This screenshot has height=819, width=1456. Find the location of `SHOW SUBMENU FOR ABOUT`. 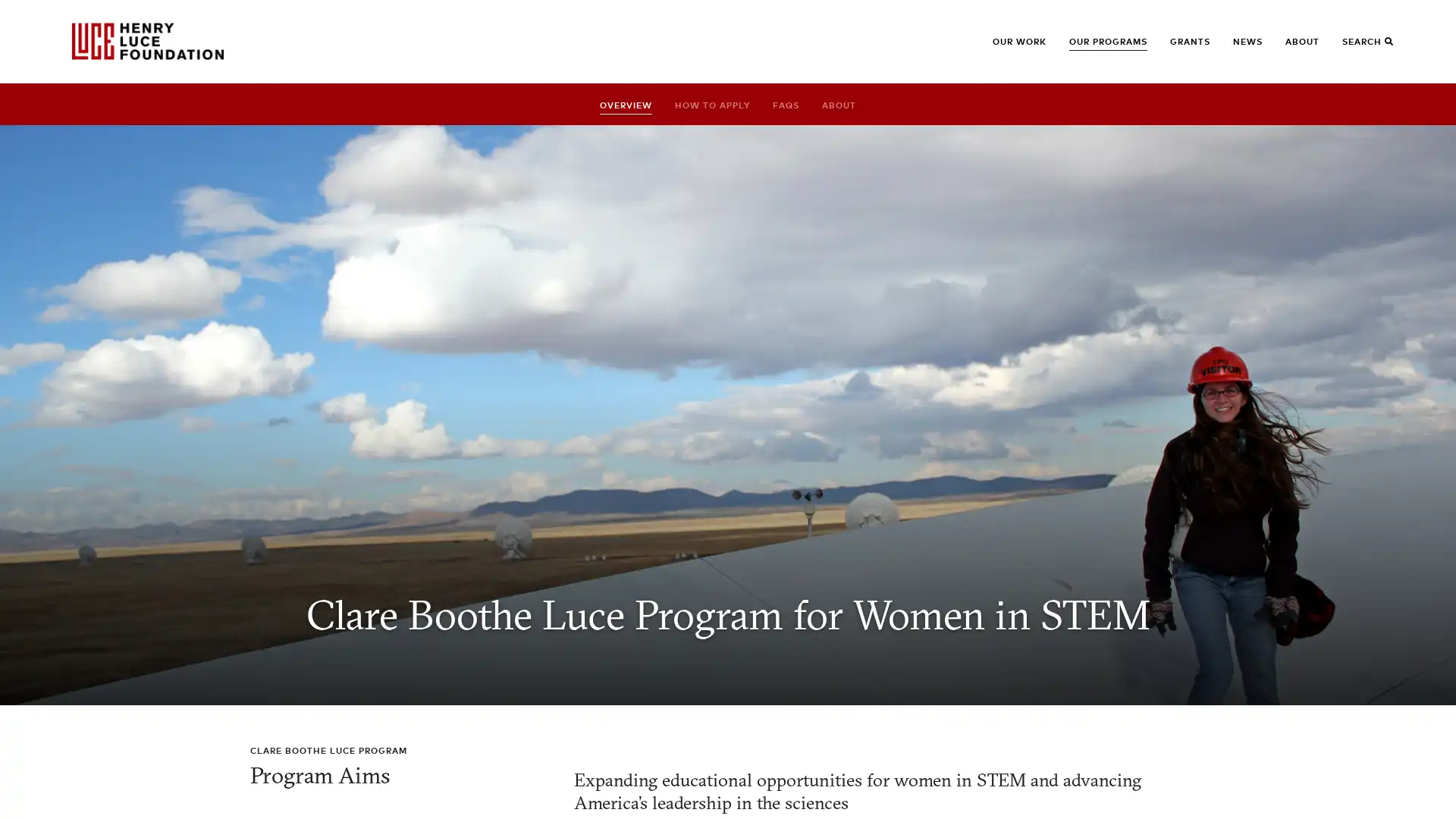

SHOW SUBMENU FOR ABOUT is located at coordinates (1309, 48).